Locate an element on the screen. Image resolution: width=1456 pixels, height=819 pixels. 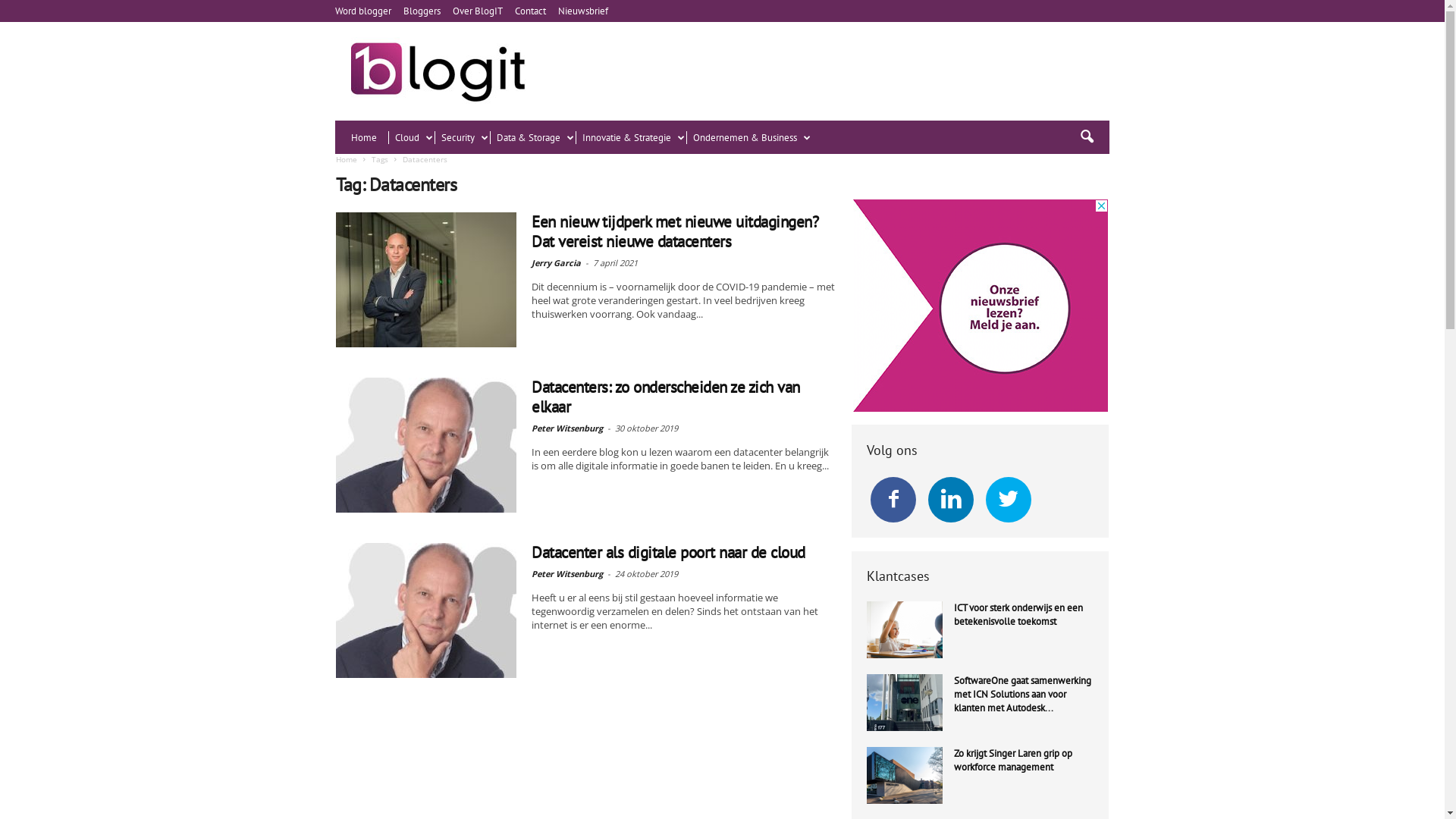
'Word blogger' is located at coordinates (334, 11).